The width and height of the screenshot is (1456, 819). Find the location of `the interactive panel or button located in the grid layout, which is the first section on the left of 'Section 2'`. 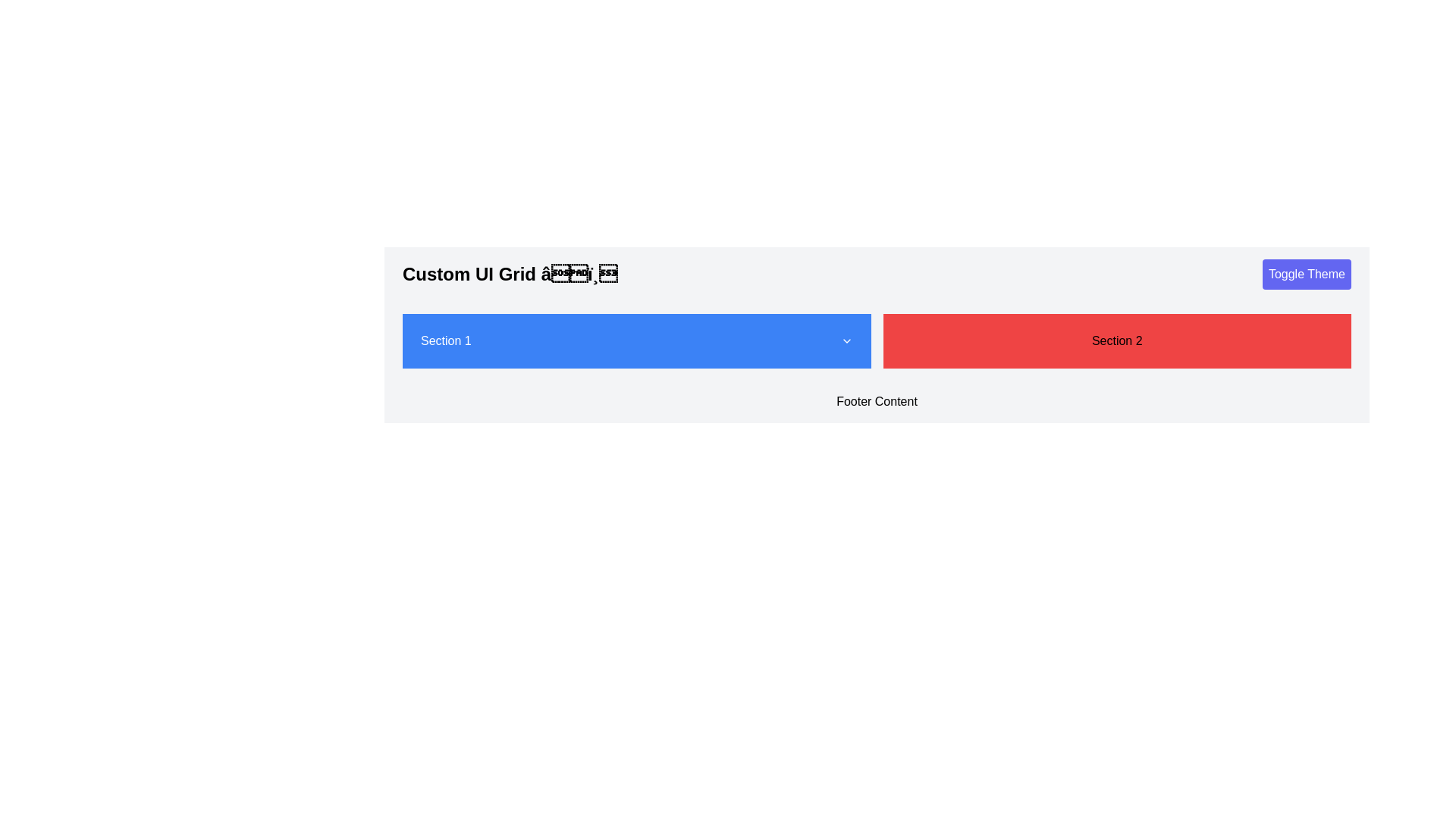

the interactive panel or button located in the grid layout, which is the first section on the left of 'Section 2' is located at coordinates (636, 341).